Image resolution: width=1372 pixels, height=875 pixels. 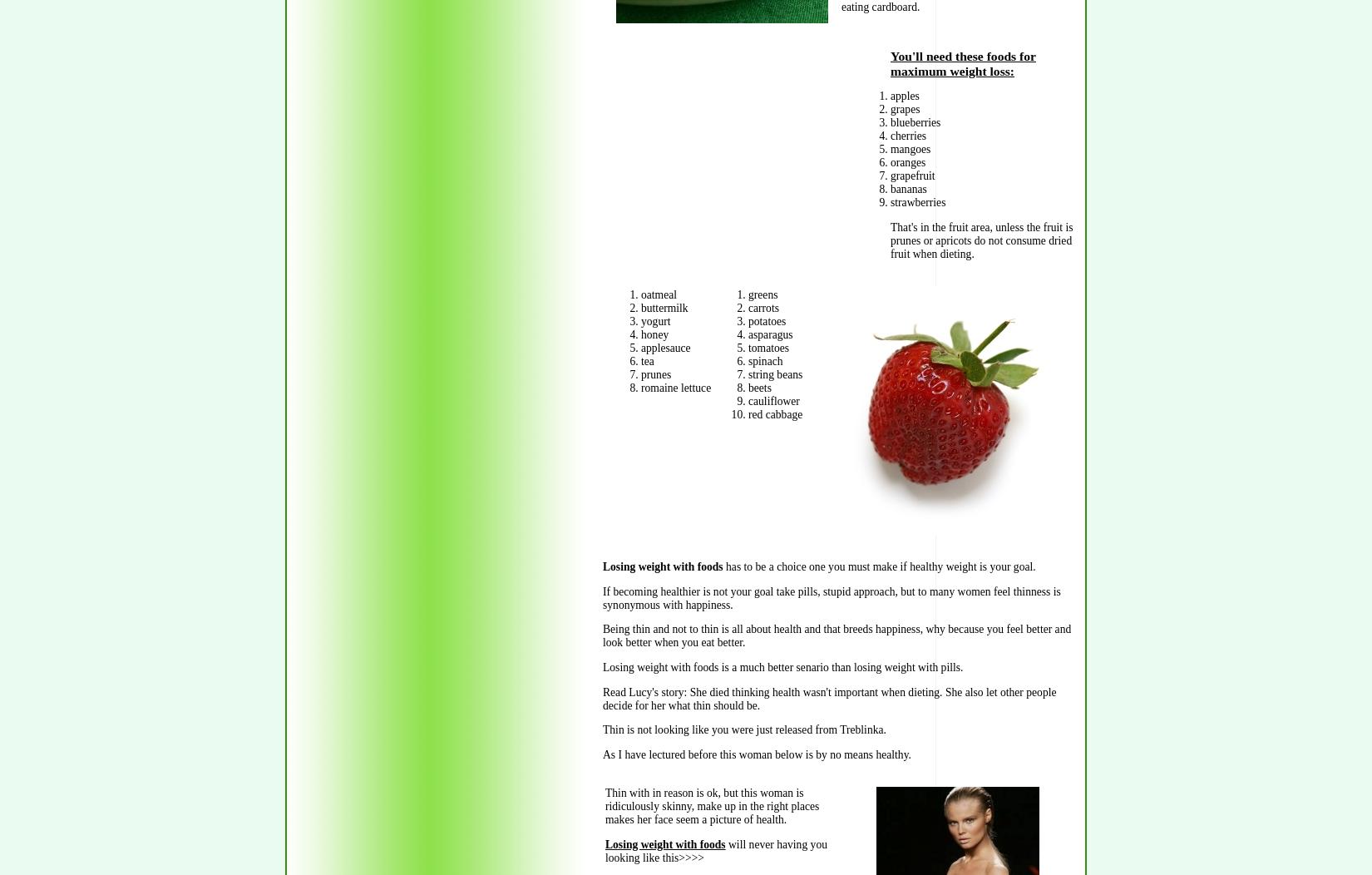 What do you see at coordinates (773, 400) in the screenshot?
I see `'cauliflower'` at bounding box center [773, 400].